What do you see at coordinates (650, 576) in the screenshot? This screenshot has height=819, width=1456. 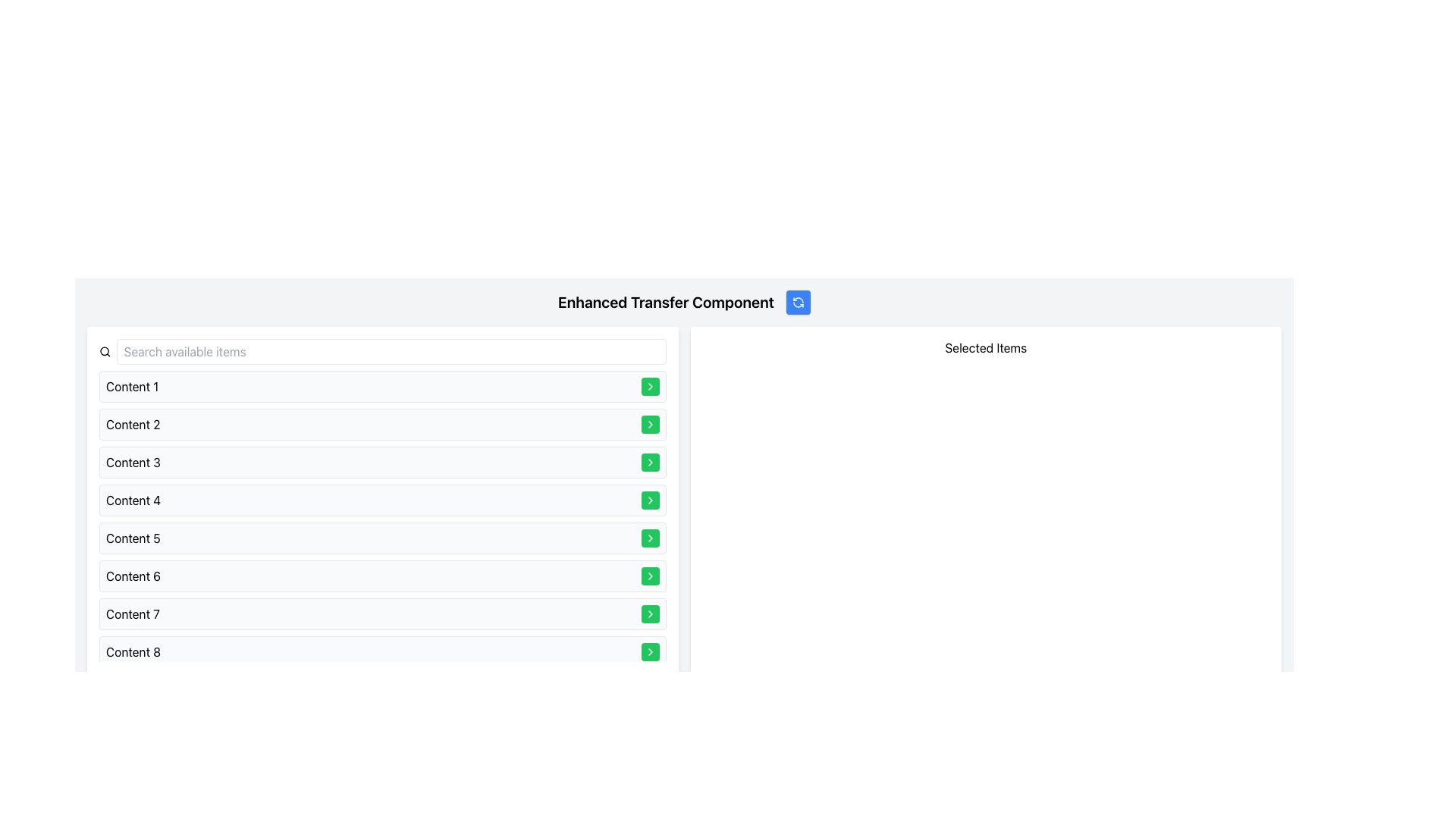 I see `the icon button located on the left-hand side of the seventh list item` at bounding box center [650, 576].